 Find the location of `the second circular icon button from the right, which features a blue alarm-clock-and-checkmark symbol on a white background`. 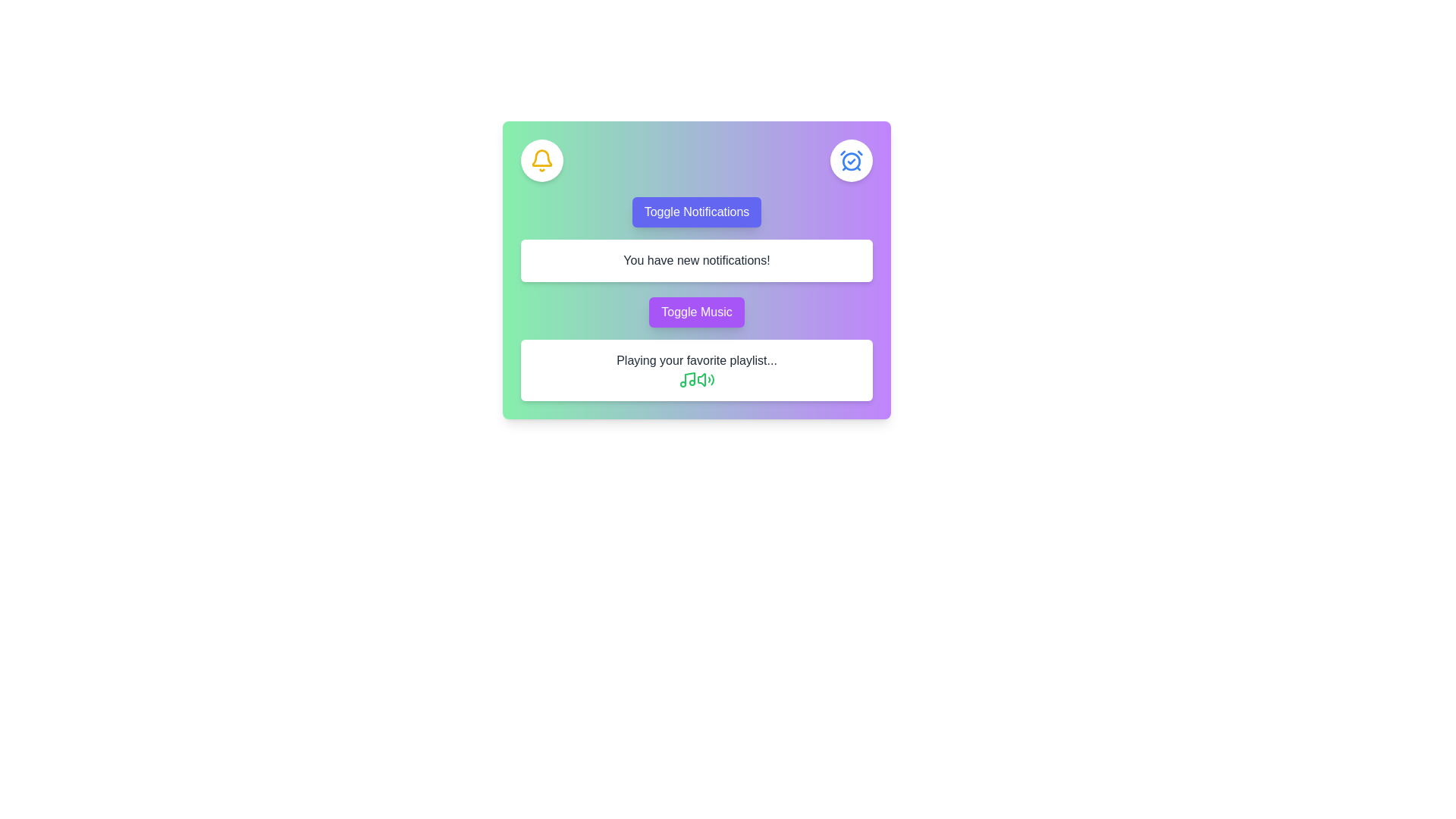

the second circular icon button from the right, which features a blue alarm-clock-and-checkmark symbol on a white background is located at coordinates (852, 161).